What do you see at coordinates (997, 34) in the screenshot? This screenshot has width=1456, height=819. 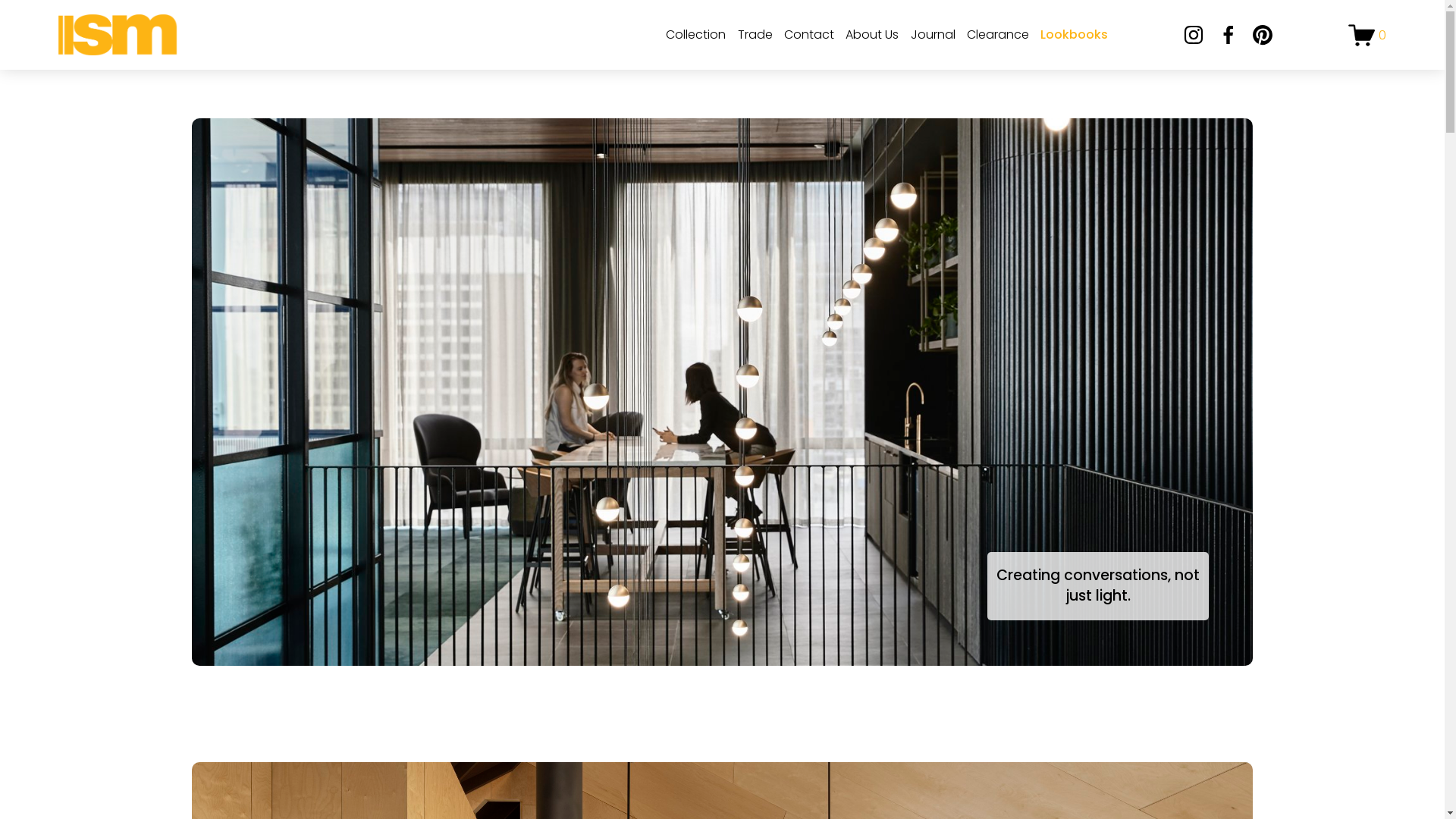 I see `'Clearance'` at bounding box center [997, 34].